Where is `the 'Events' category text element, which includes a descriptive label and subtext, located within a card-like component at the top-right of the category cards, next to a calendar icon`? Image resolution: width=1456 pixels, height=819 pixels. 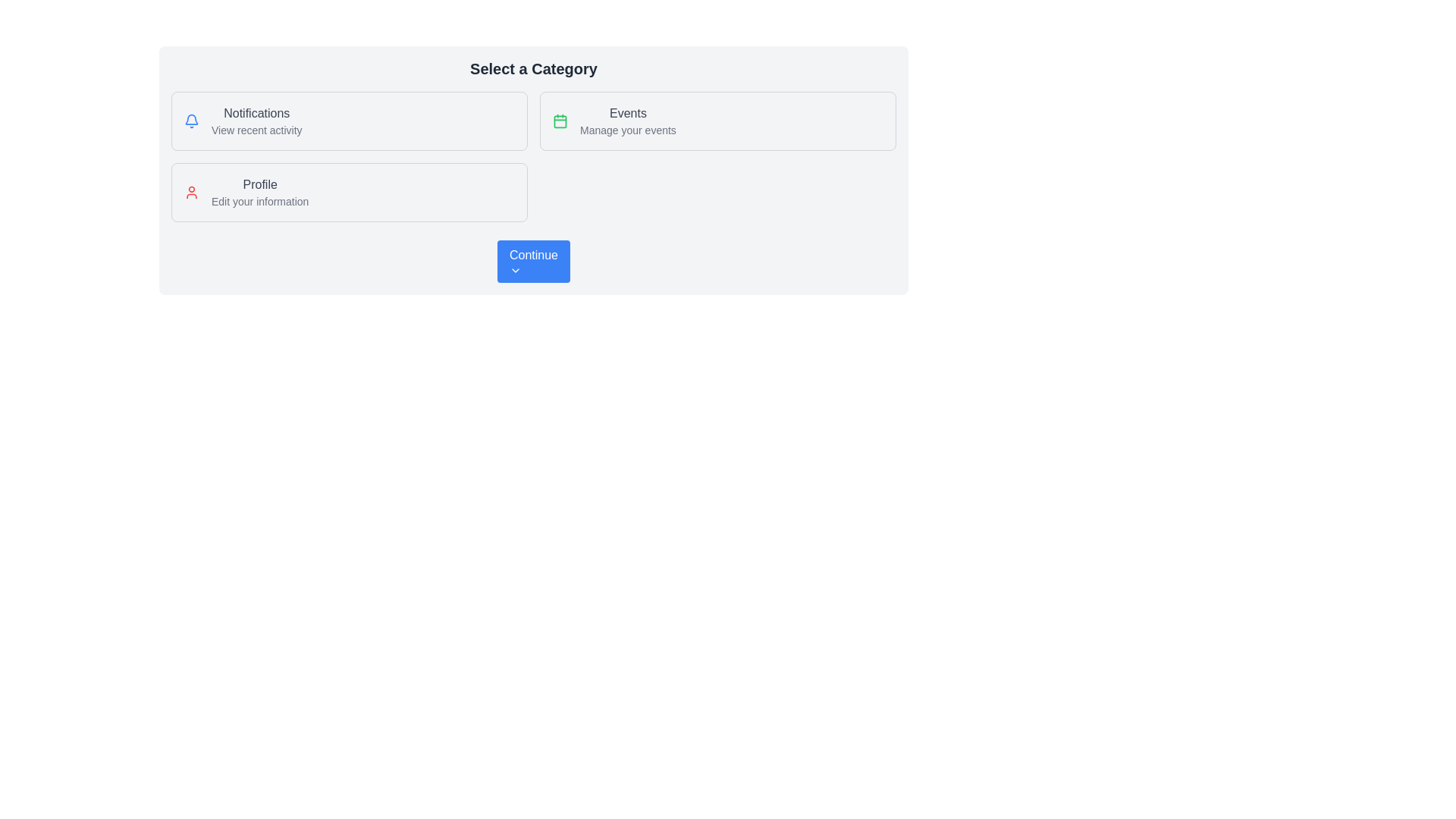 the 'Events' category text element, which includes a descriptive label and subtext, located within a card-like component at the top-right of the category cards, next to a calendar icon is located at coordinates (628, 120).